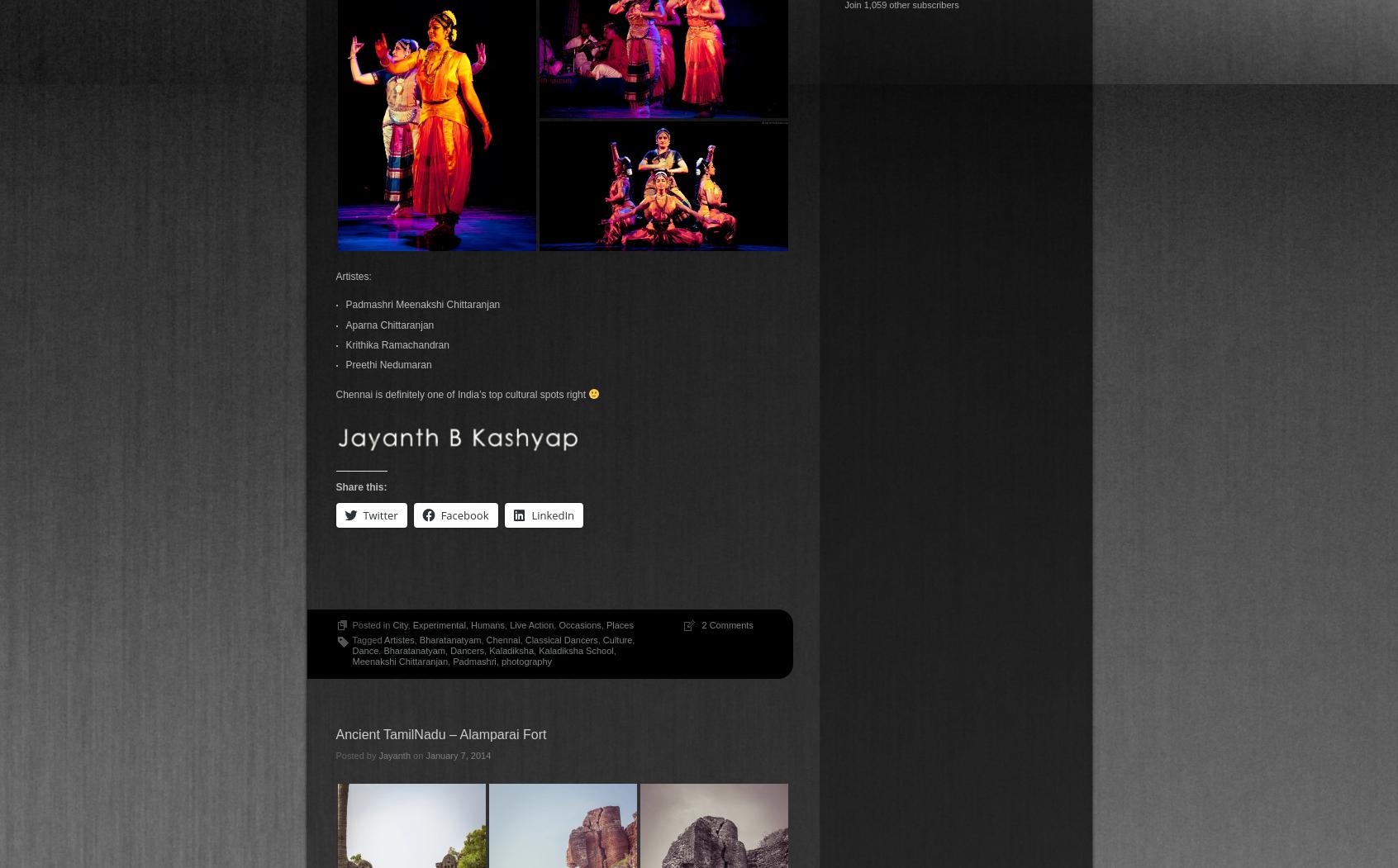  I want to click on 'Dancers', so click(466, 650).